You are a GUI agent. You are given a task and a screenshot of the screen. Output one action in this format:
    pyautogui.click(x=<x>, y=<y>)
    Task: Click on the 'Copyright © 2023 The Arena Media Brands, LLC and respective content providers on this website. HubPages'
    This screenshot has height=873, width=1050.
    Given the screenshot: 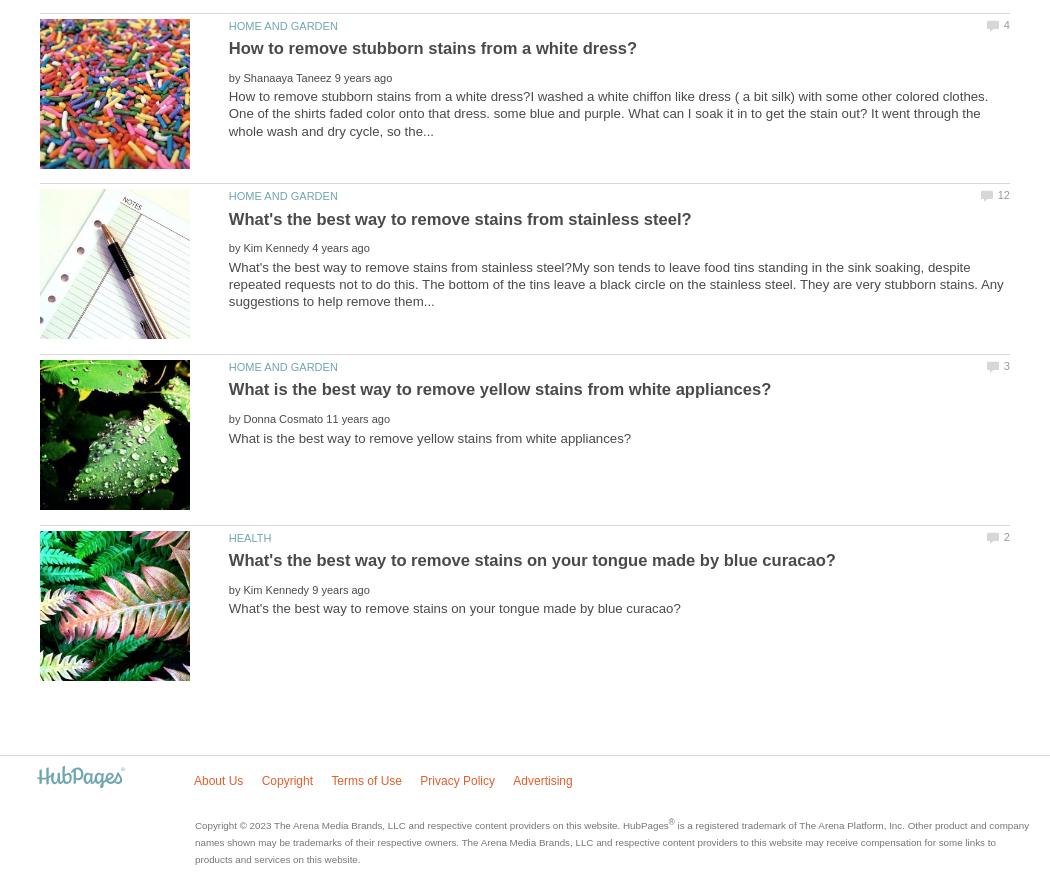 What is the action you would take?
    pyautogui.click(x=430, y=825)
    